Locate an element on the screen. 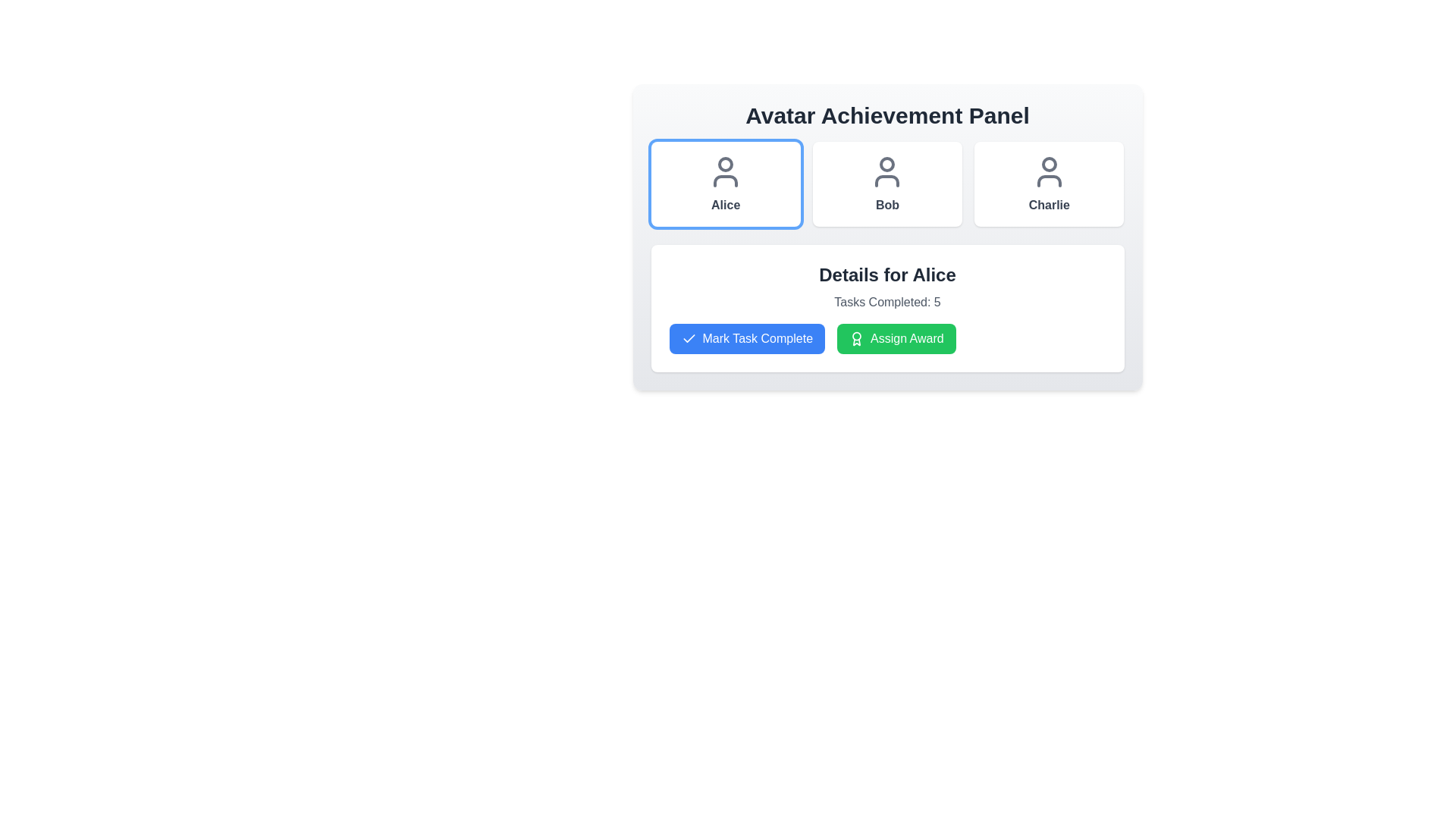  the user avatar icon located at the top of the card labeled 'Bob' in the Avatar Achievement Panel is located at coordinates (887, 171).